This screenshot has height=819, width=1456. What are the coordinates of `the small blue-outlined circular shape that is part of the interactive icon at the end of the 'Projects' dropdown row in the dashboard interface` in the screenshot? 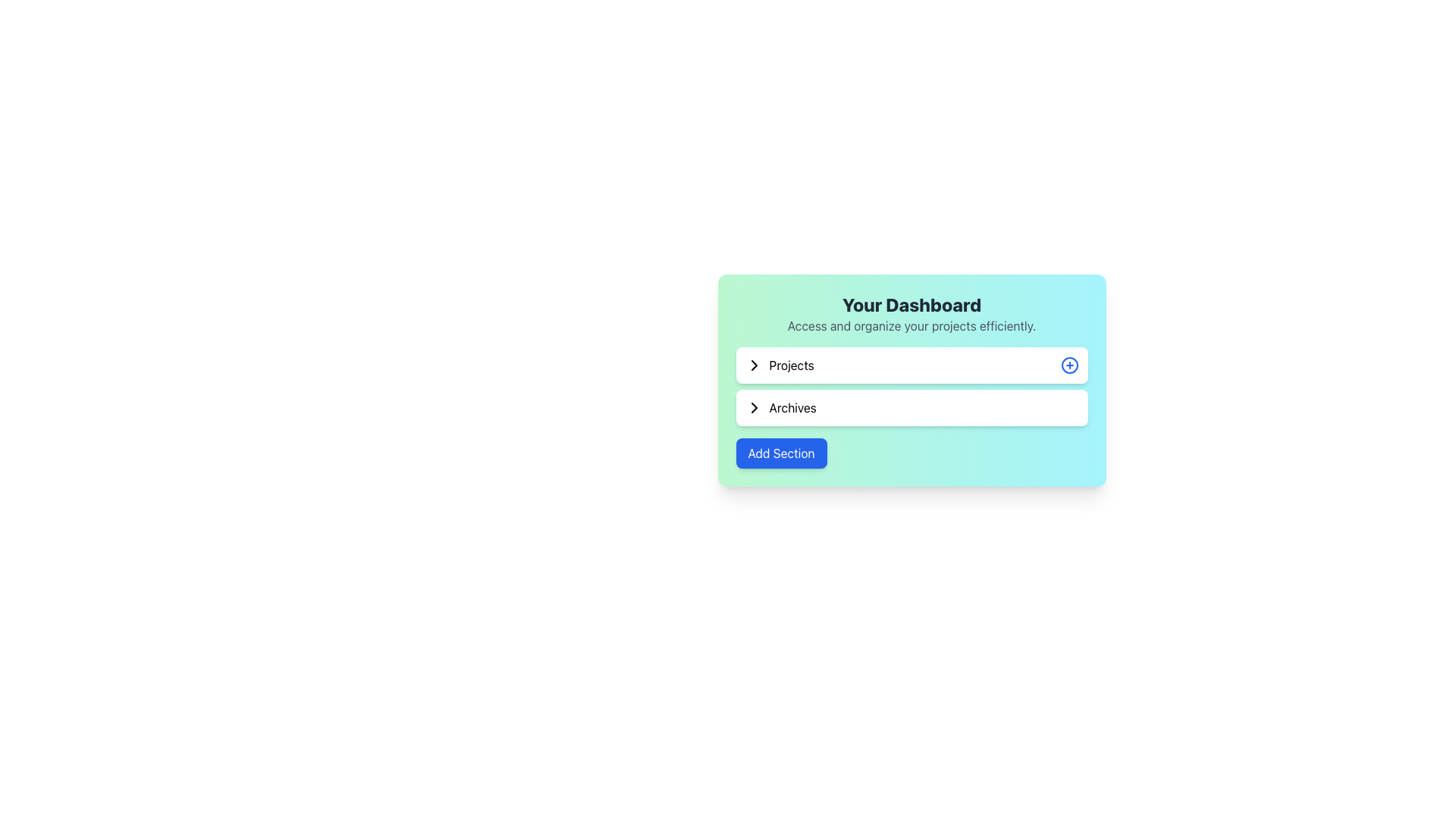 It's located at (1068, 366).